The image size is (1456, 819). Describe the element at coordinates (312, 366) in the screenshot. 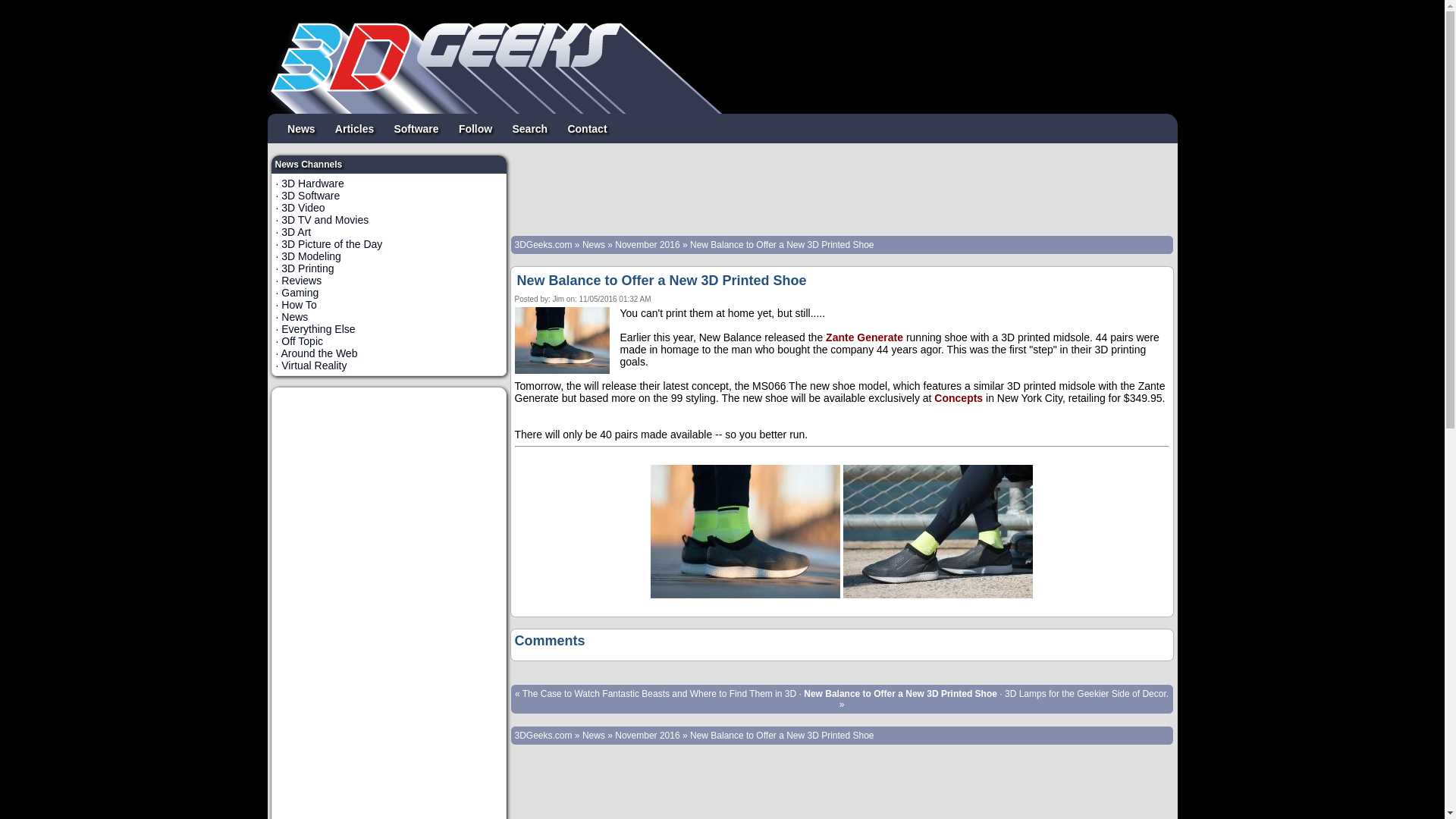

I see `'Virtual Reality'` at that location.